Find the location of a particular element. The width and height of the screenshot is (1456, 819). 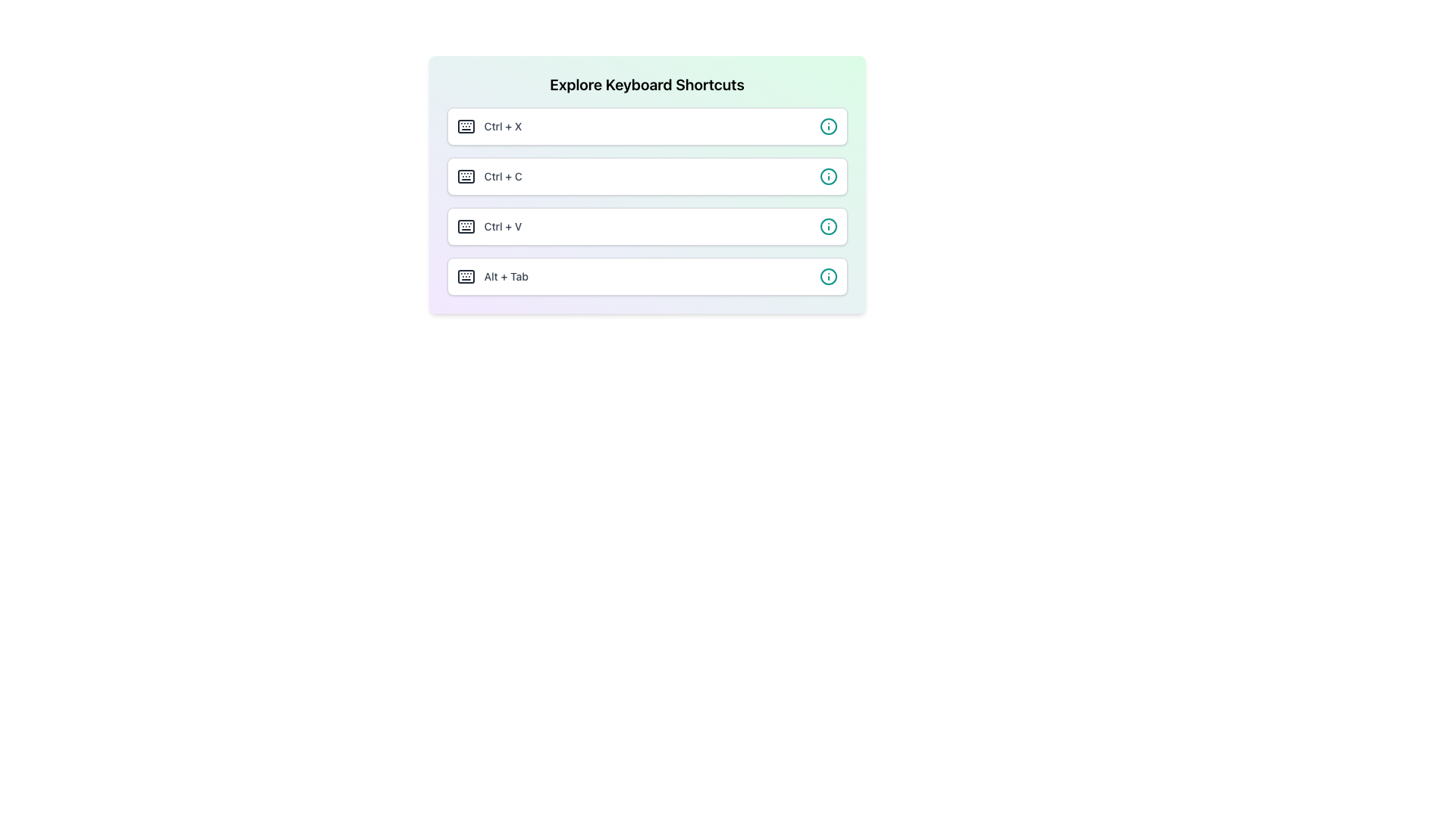

the text label that displays the keyboard shortcut 'Ctrl + C', located in the second row of the keyboard shortcut descriptions list is located at coordinates (503, 175).